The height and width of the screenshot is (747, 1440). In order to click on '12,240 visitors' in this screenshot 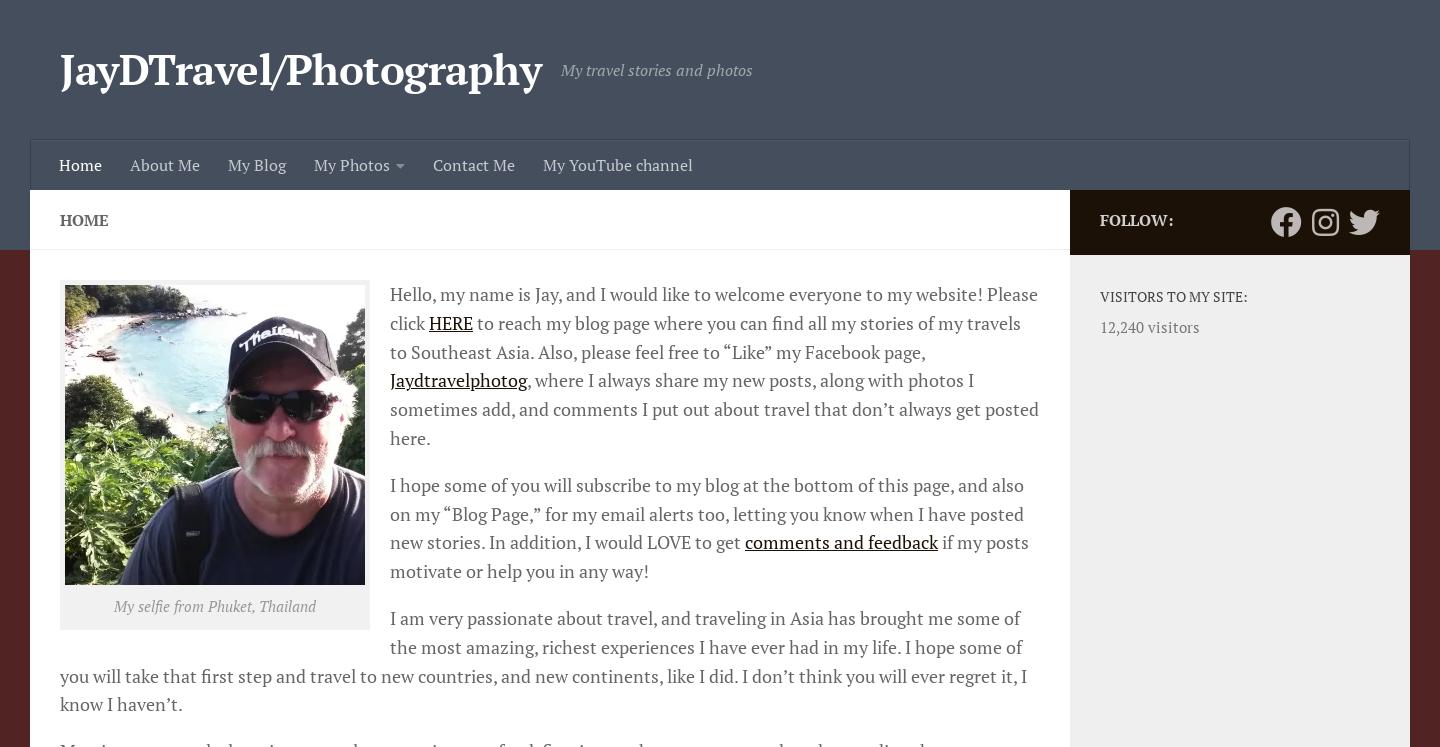, I will do `click(1099, 326)`.